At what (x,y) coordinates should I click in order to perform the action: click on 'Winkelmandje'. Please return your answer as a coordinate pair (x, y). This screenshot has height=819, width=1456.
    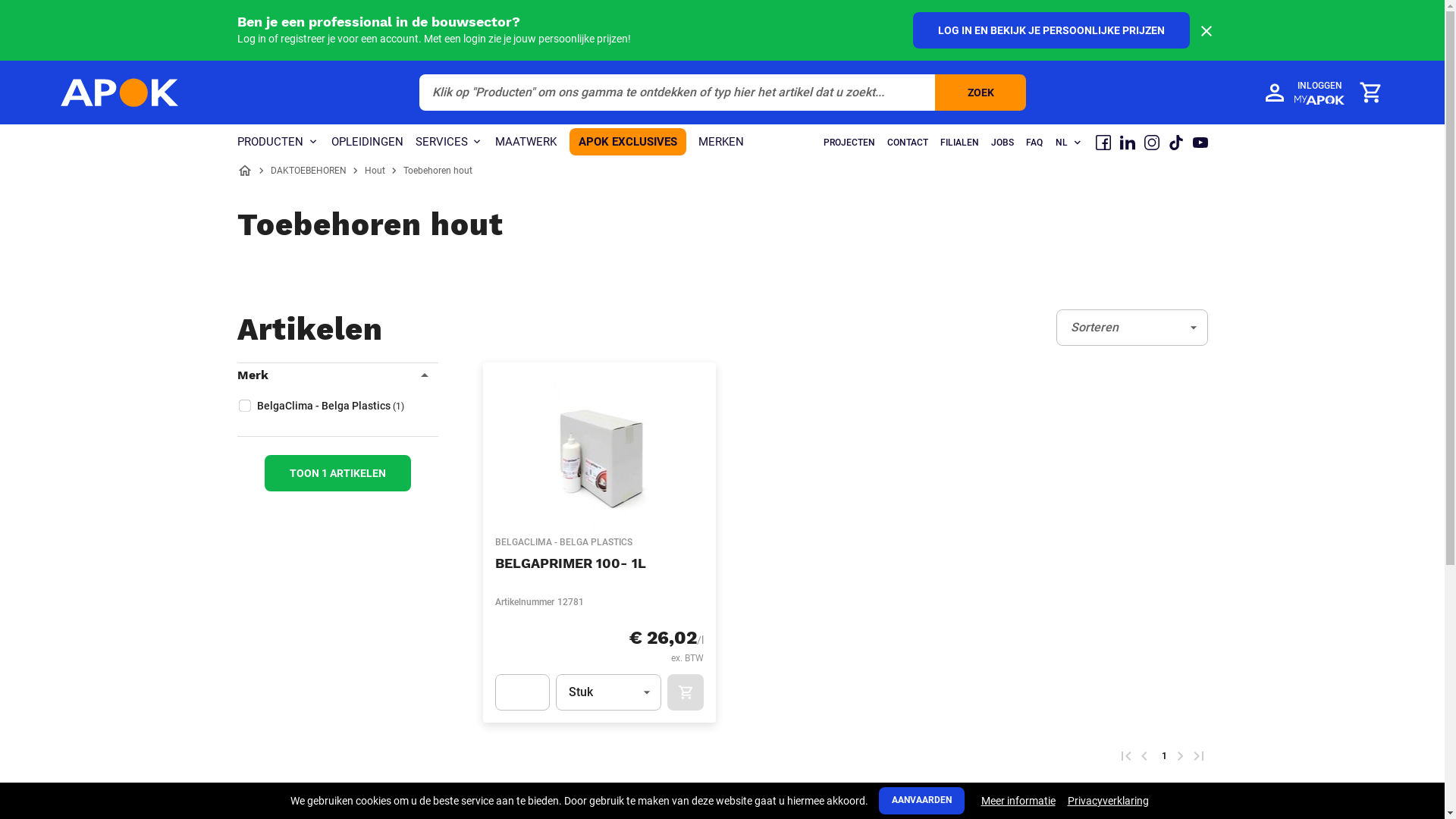
    Looking at the image, I should click on (1357, 93).